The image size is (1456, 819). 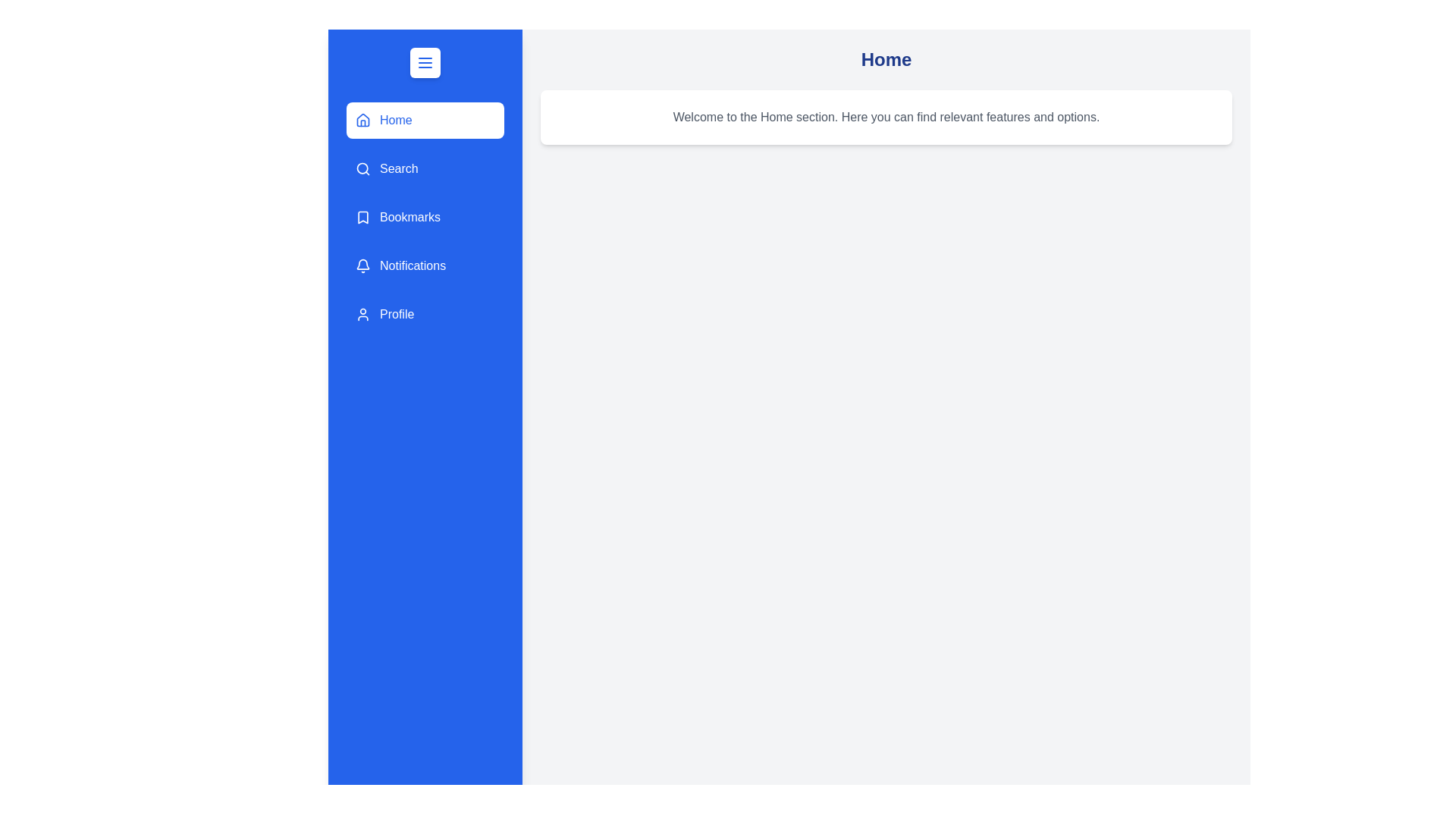 What do you see at coordinates (425, 265) in the screenshot?
I see `the menu item Notifications from the drawer` at bounding box center [425, 265].